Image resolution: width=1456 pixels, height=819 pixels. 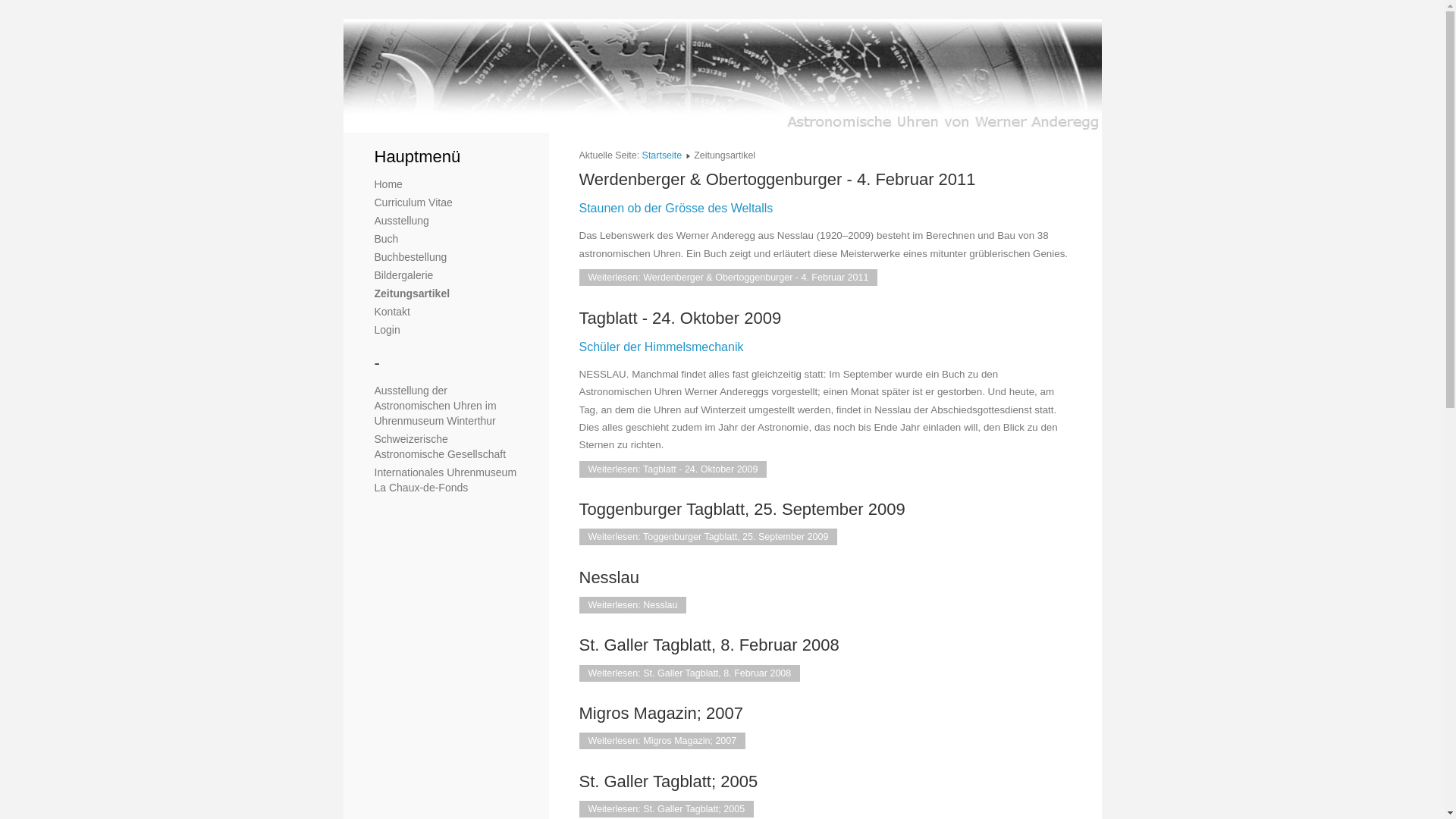 What do you see at coordinates (411, 256) in the screenshot?
I see `'Buchbestellung'` at bounding box center [411, 256].